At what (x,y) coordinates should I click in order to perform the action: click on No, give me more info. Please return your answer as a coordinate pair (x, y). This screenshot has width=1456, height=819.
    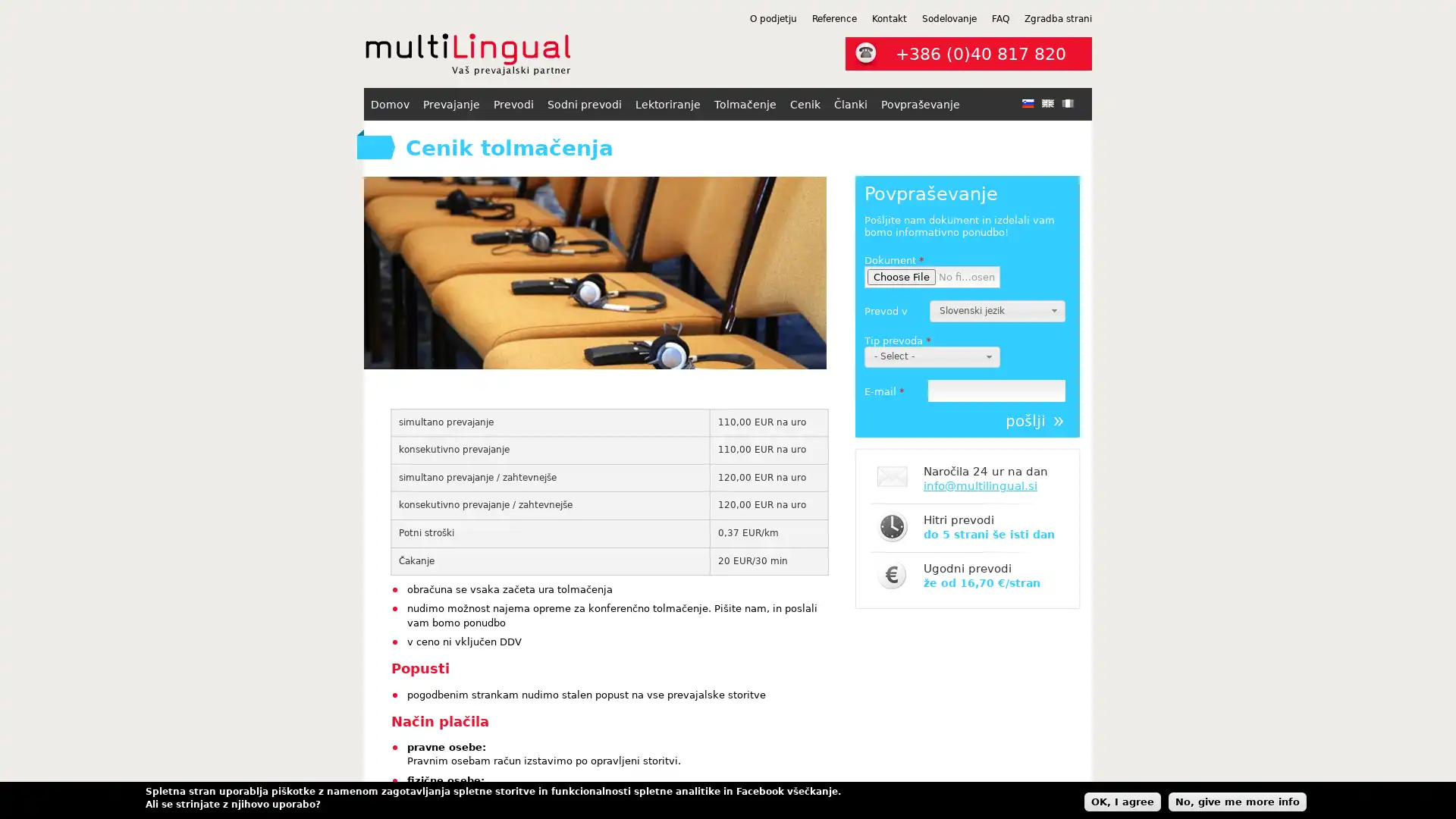
    Looking at the image, I should click on (1238, 800).